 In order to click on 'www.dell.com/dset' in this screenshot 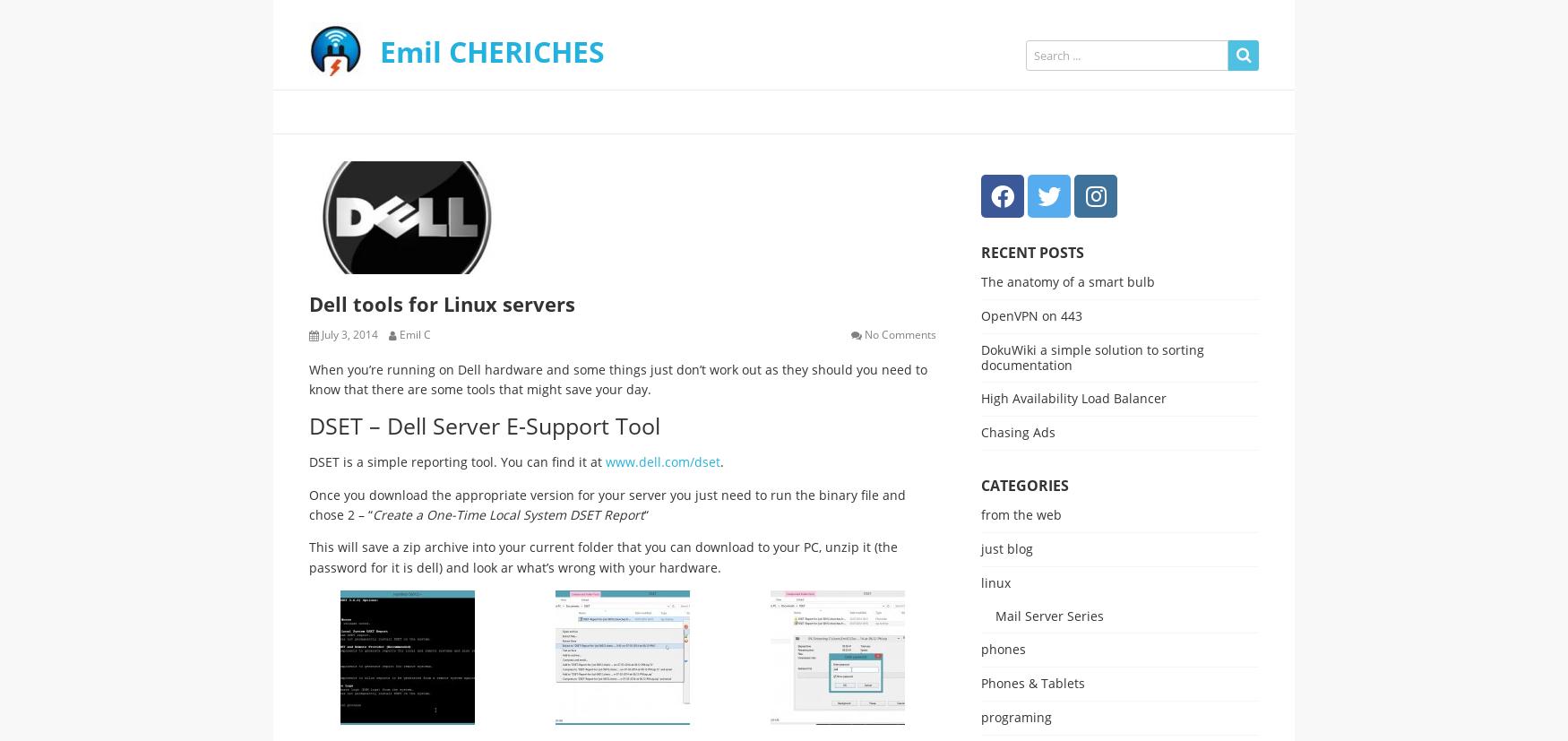, I will do `click(663, 461)`.